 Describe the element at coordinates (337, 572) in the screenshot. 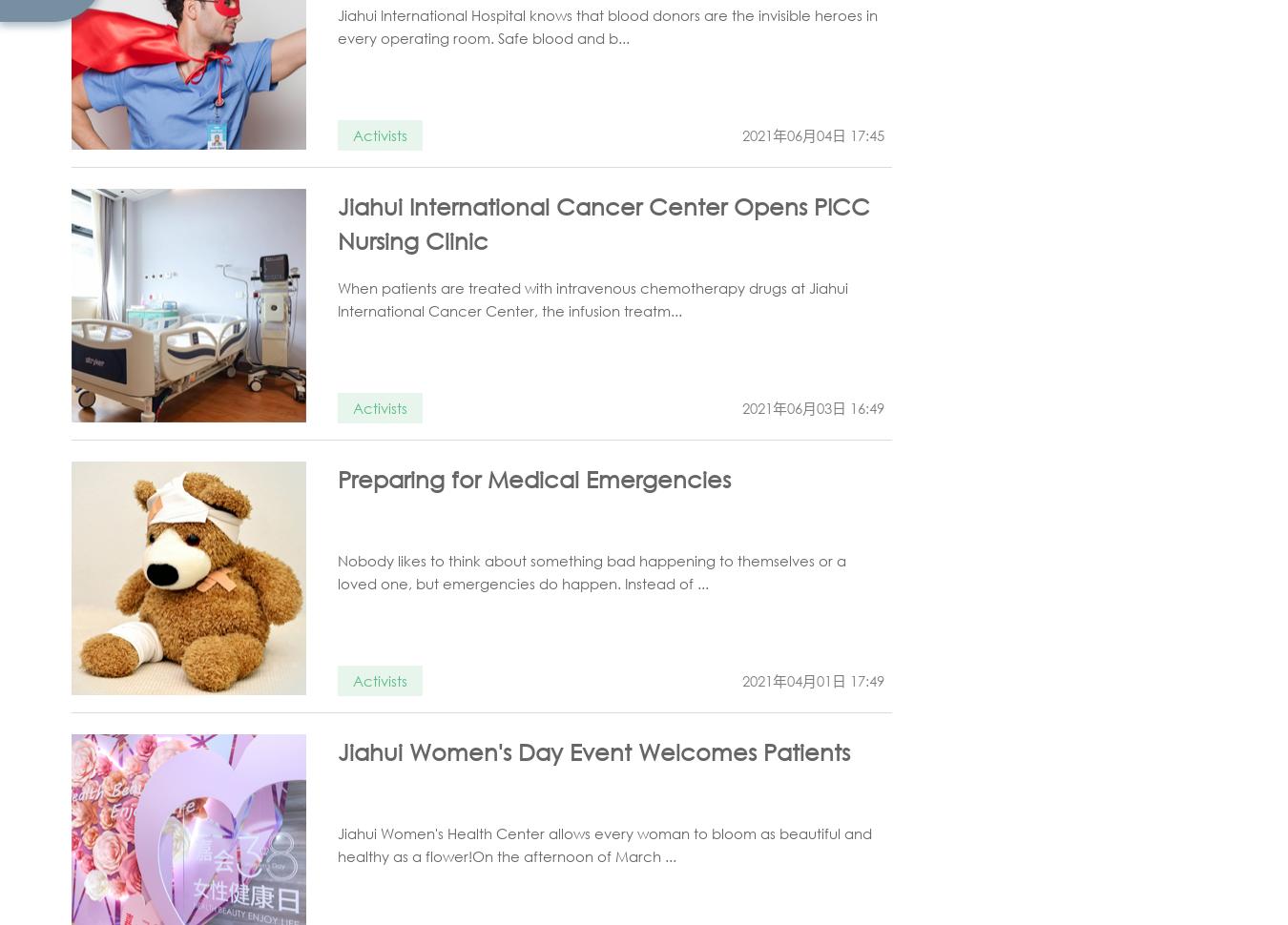

I see `'Nobody likes to think about something bad happening to themselves or a loved one, but emergencies do happen. Instead of ...'` at that location.